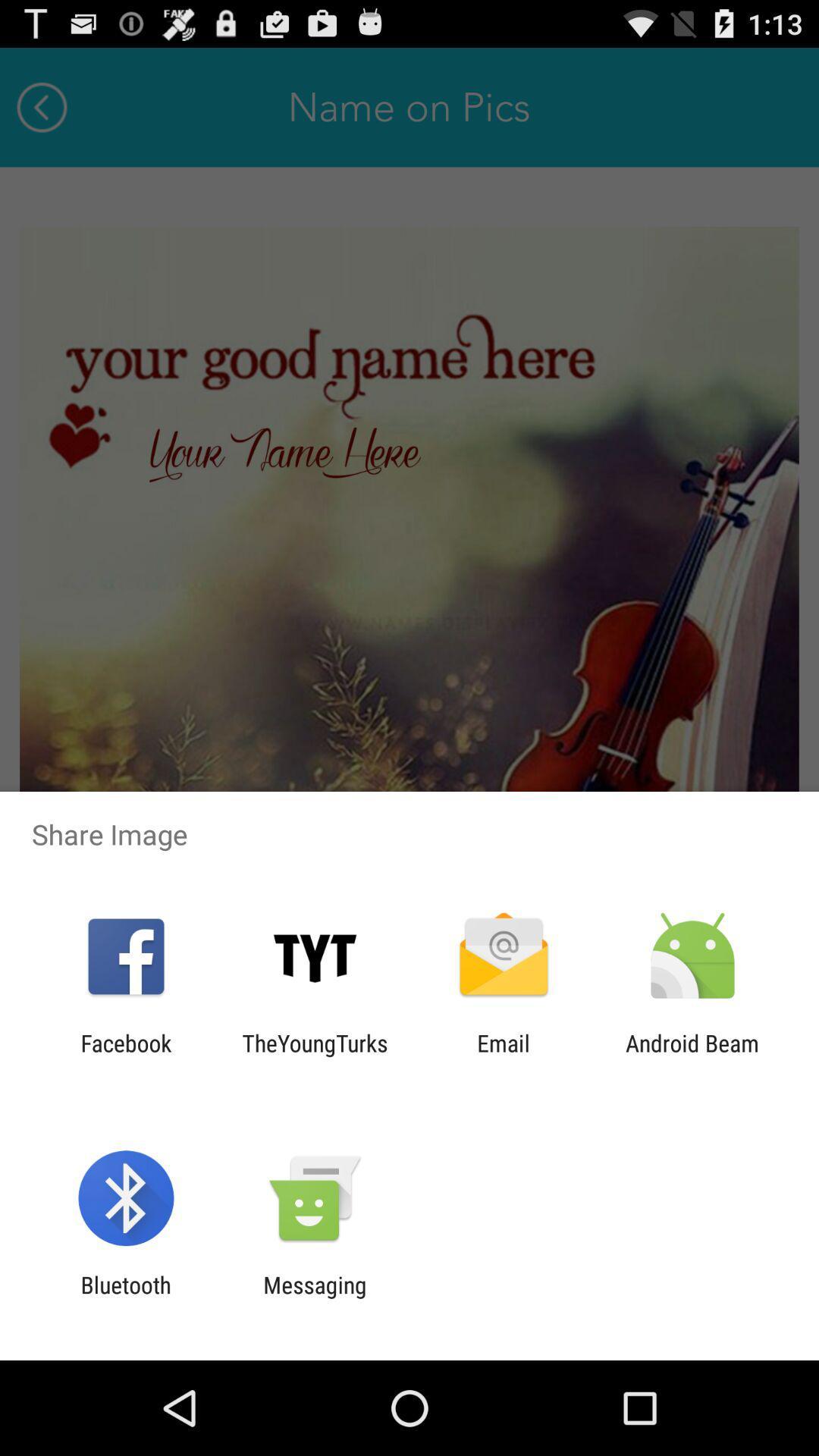  I want to click on the theyoungturks item, so click(314, 1056).